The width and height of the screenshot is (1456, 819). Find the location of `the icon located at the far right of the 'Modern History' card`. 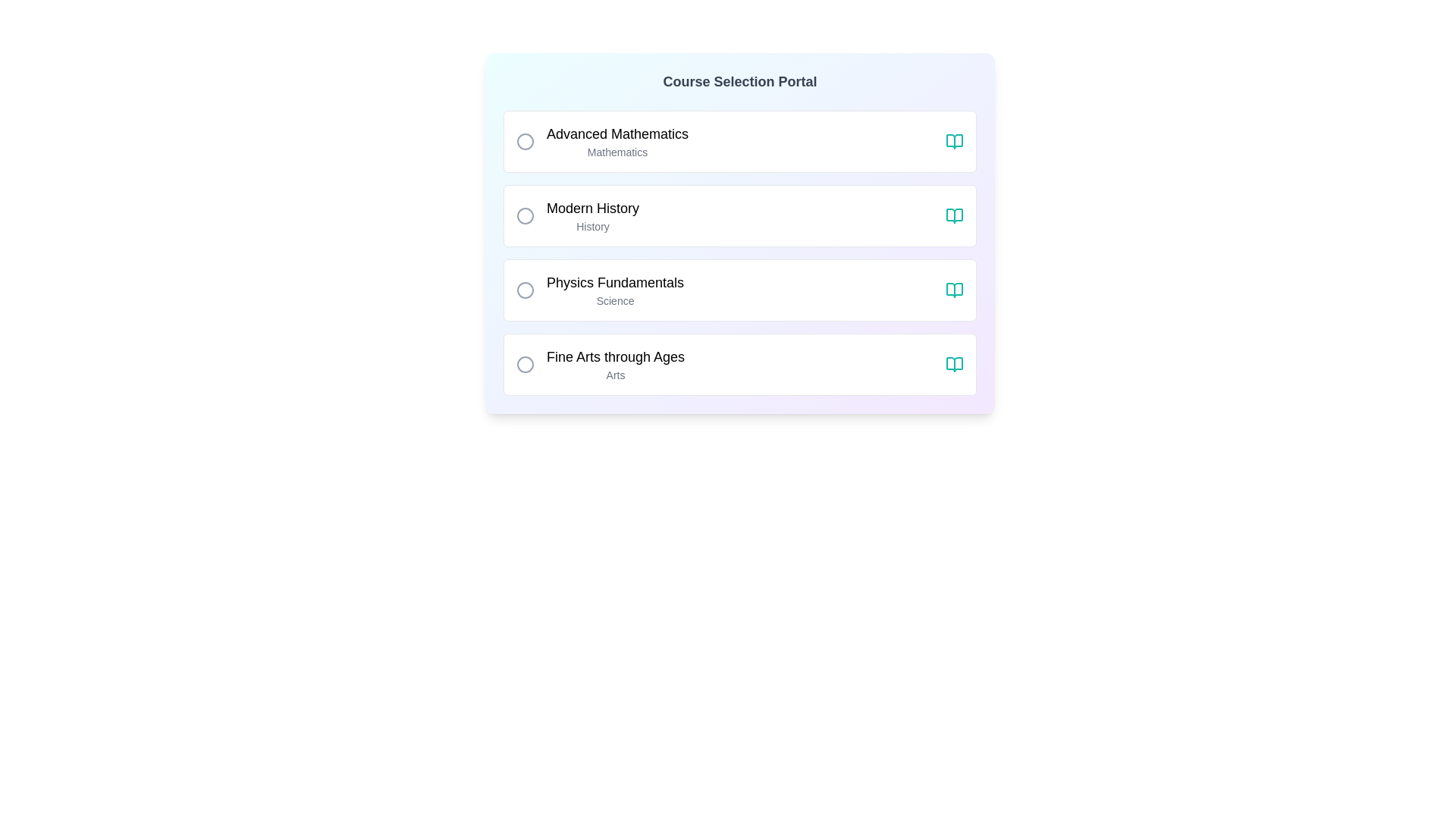

the icon located at the far right of the 'Modern History' card is located at coordinates (953, 216).